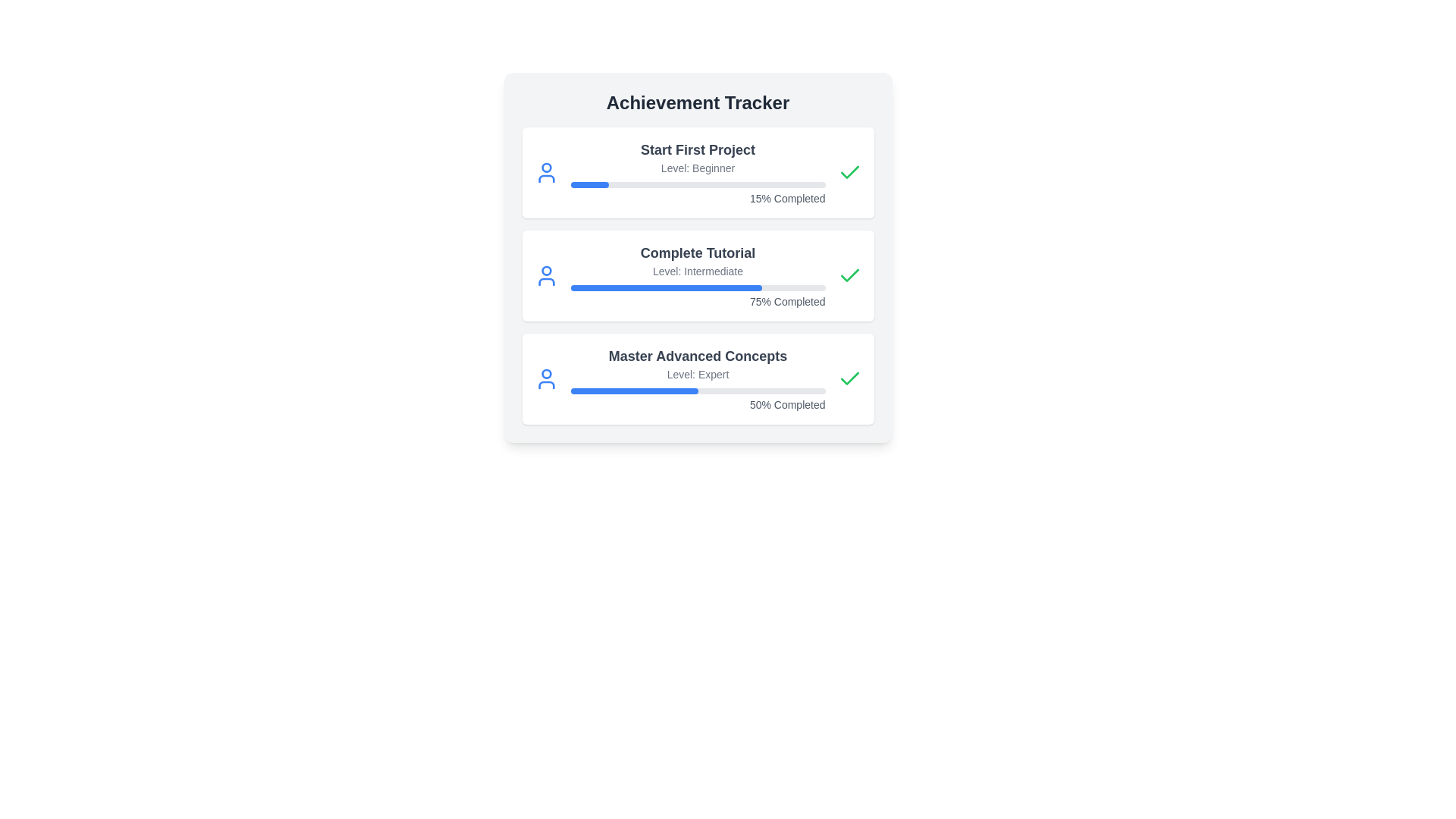 The height and width of the screenshot is (819, 1456). Describe the element at coordinates (697, 271) in the screenshot. I see `the text element that reads 'Level: Intermediate', which is styled in gray and located below the 'Complete Tutorial' heading in the achievement tracker interface` at that location.